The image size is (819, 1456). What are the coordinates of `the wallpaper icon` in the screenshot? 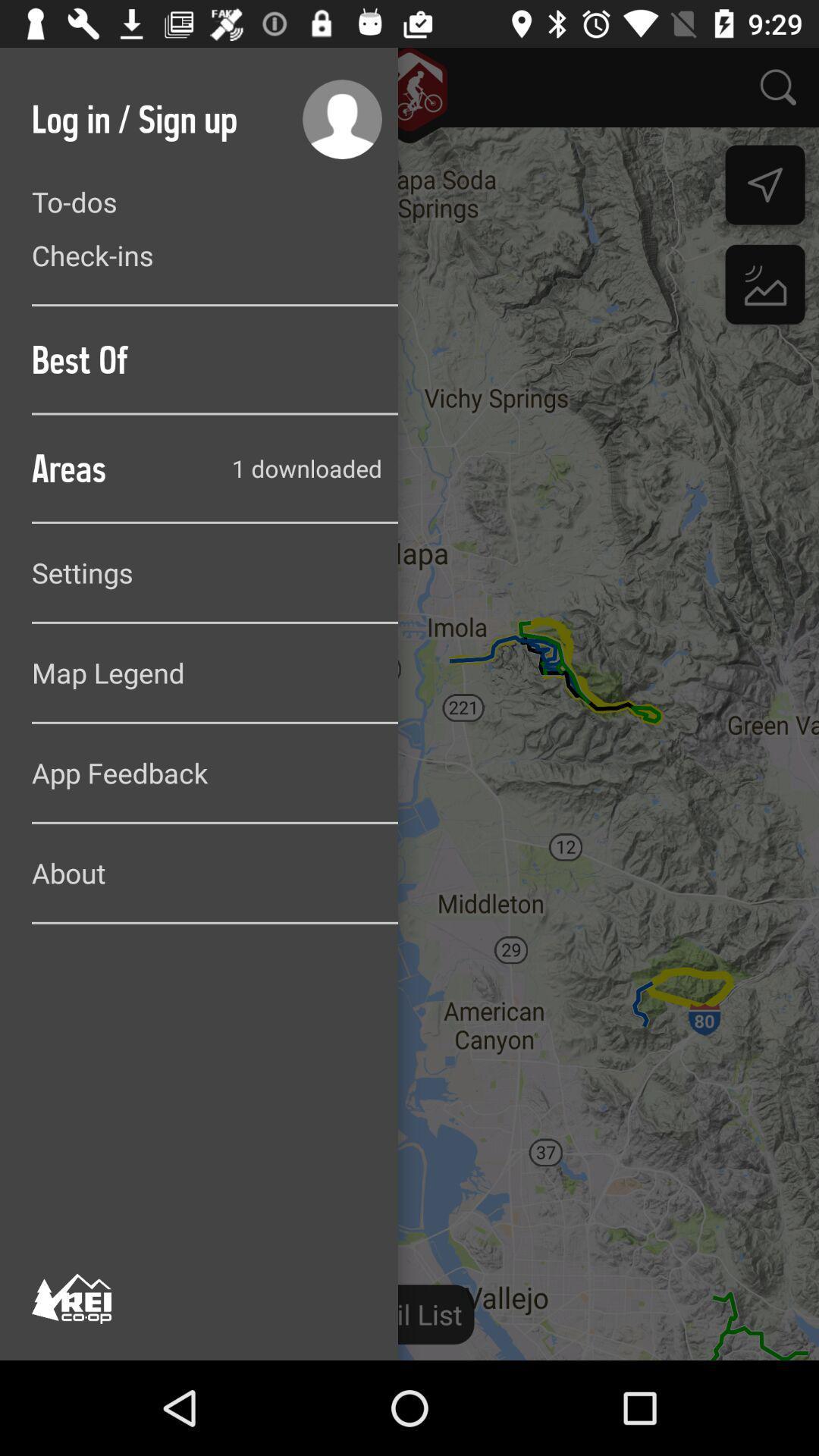 It's located at (765, 288).